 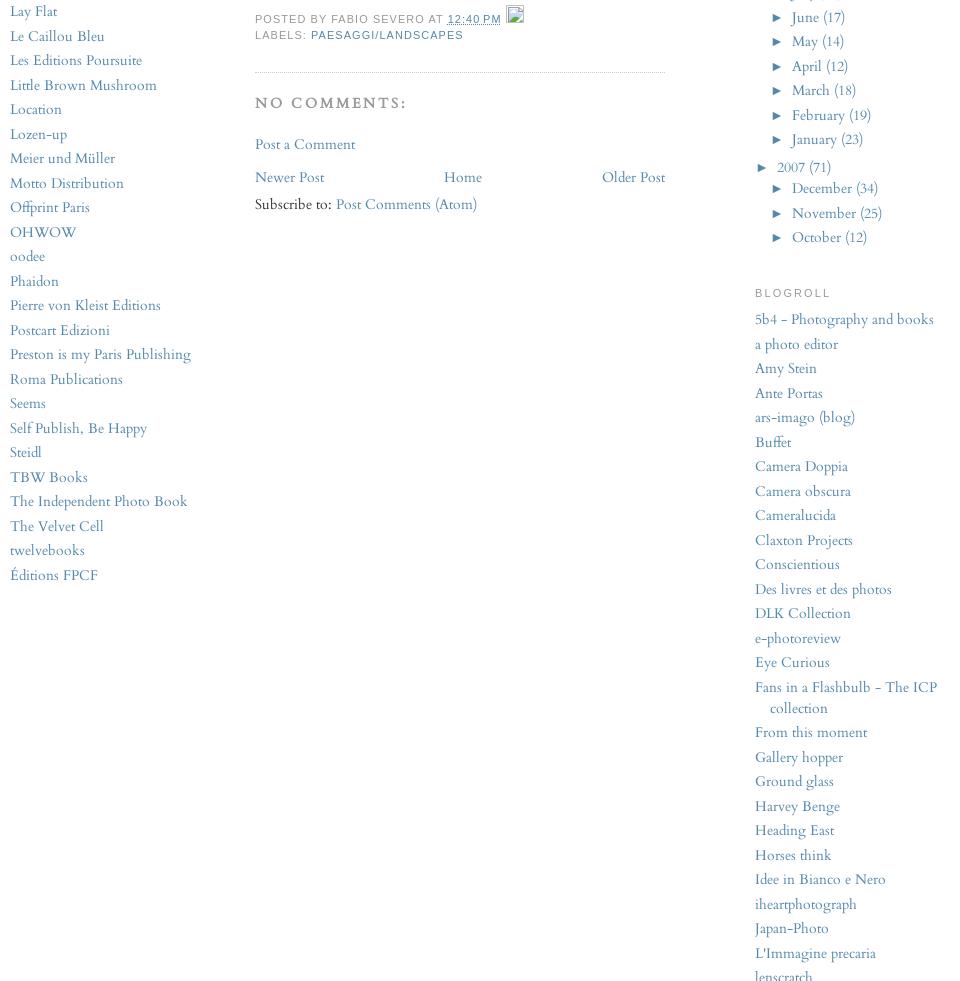 What do you see at coordinates (253, 175) in the screenshot?
I see `'Newer Post'` at bounding box center [253, 175].